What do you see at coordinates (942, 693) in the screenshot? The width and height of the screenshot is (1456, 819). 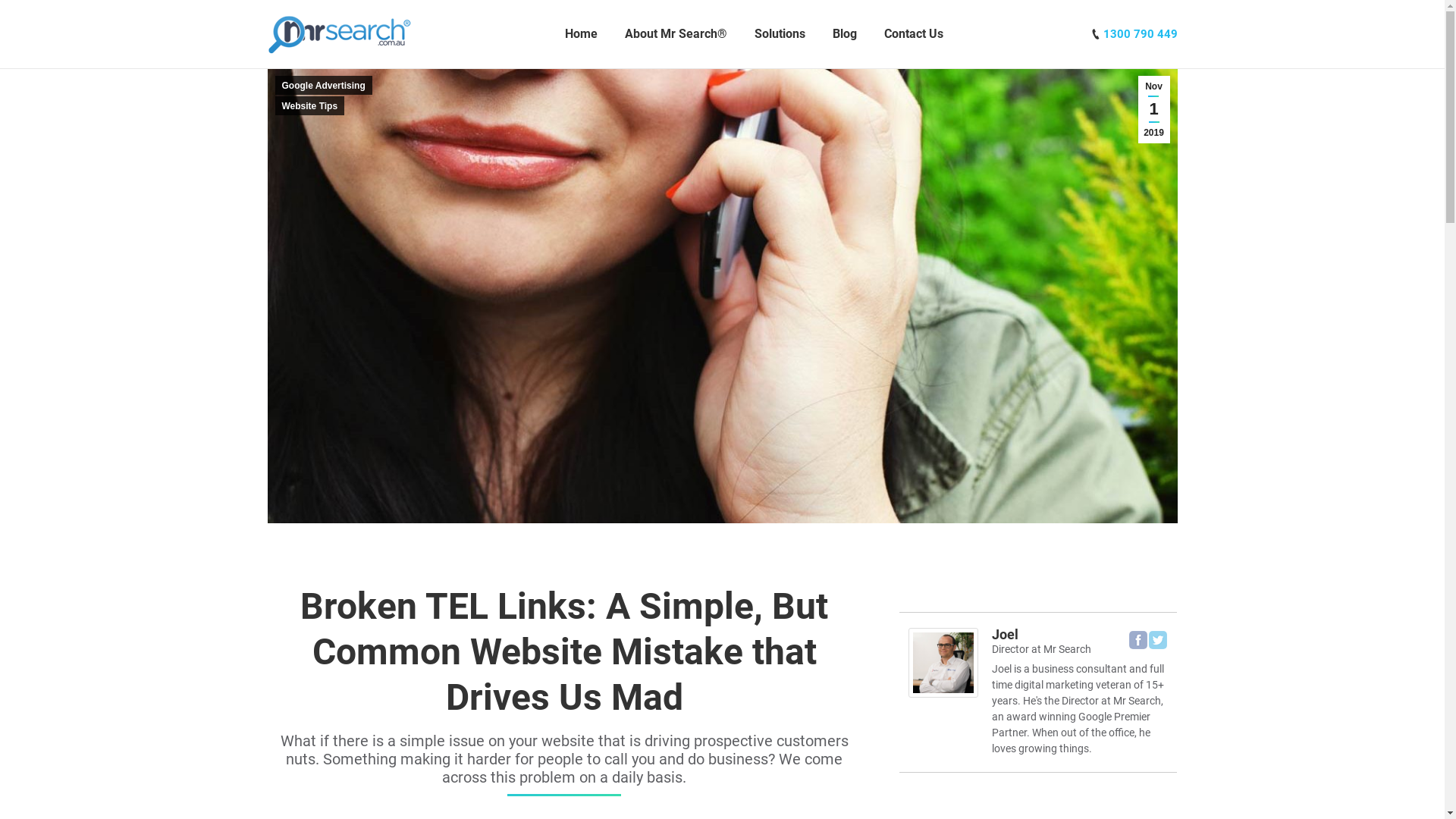 I see `'Joel'` at bounding box center [942, 693].